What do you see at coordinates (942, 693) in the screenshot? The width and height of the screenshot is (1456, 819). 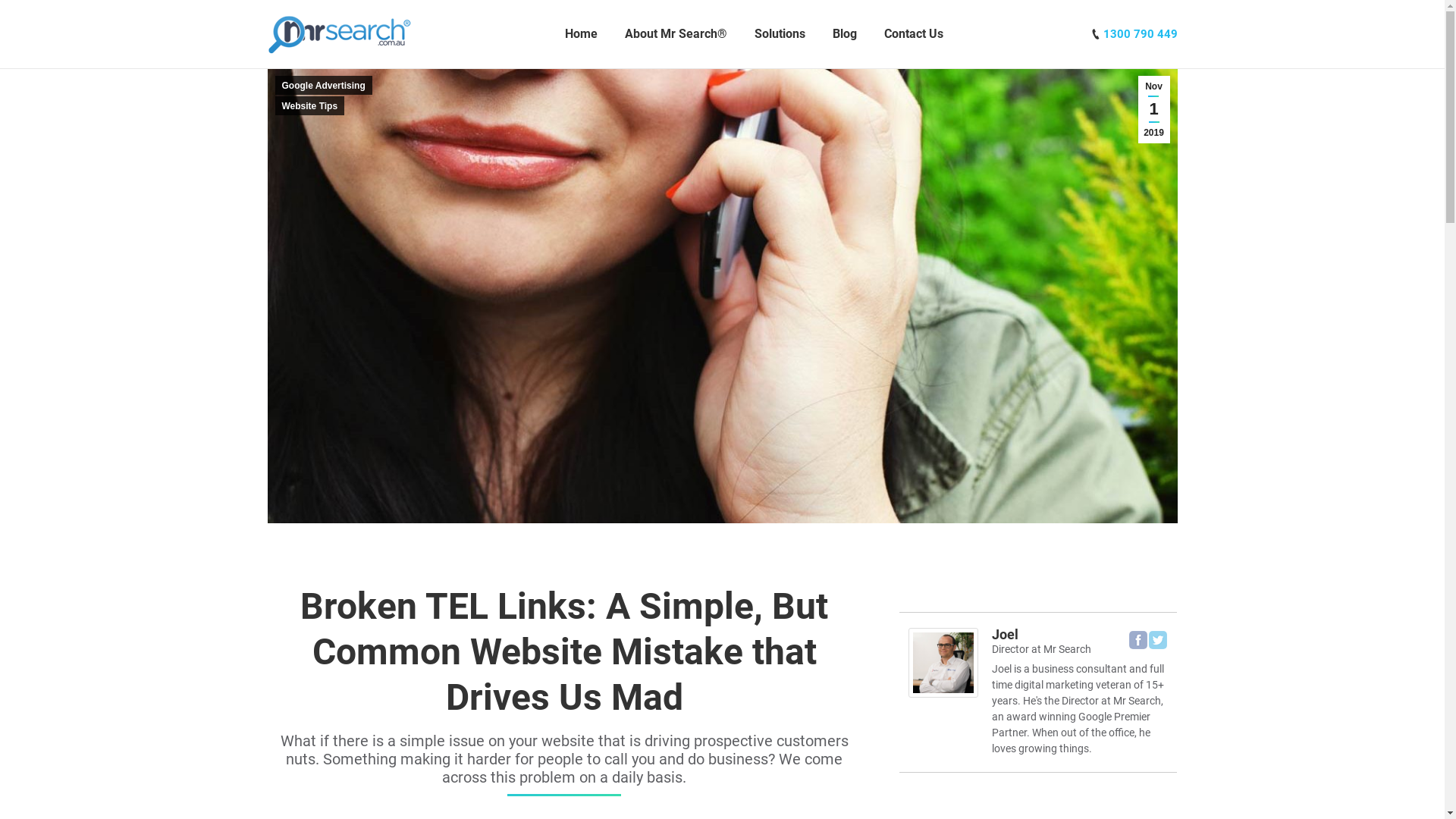 I see `'Joel'` at bounding box center [942, 693].